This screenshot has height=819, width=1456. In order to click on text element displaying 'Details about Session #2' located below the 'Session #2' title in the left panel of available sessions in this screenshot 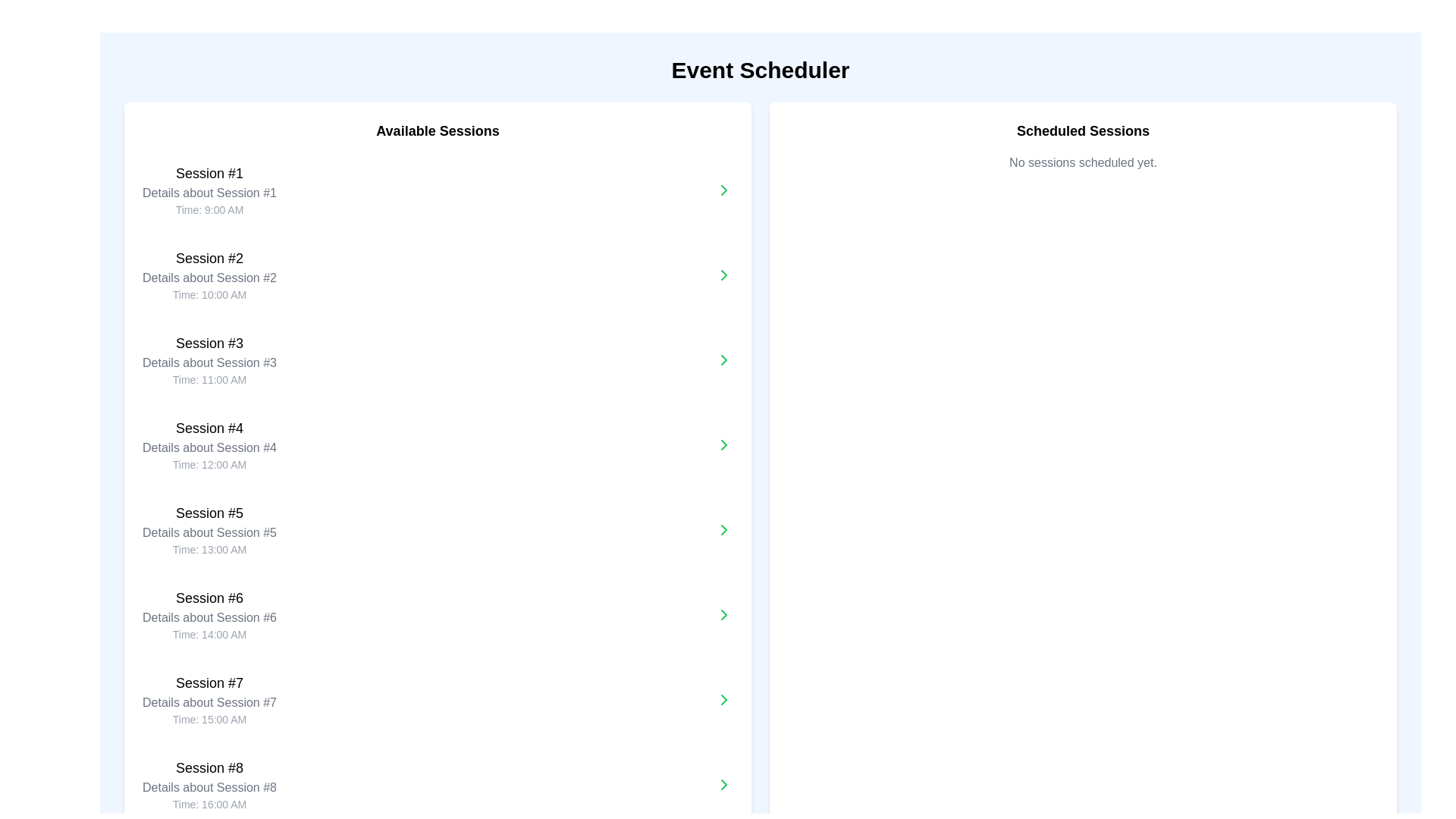, I will do `click(209, 278)`.